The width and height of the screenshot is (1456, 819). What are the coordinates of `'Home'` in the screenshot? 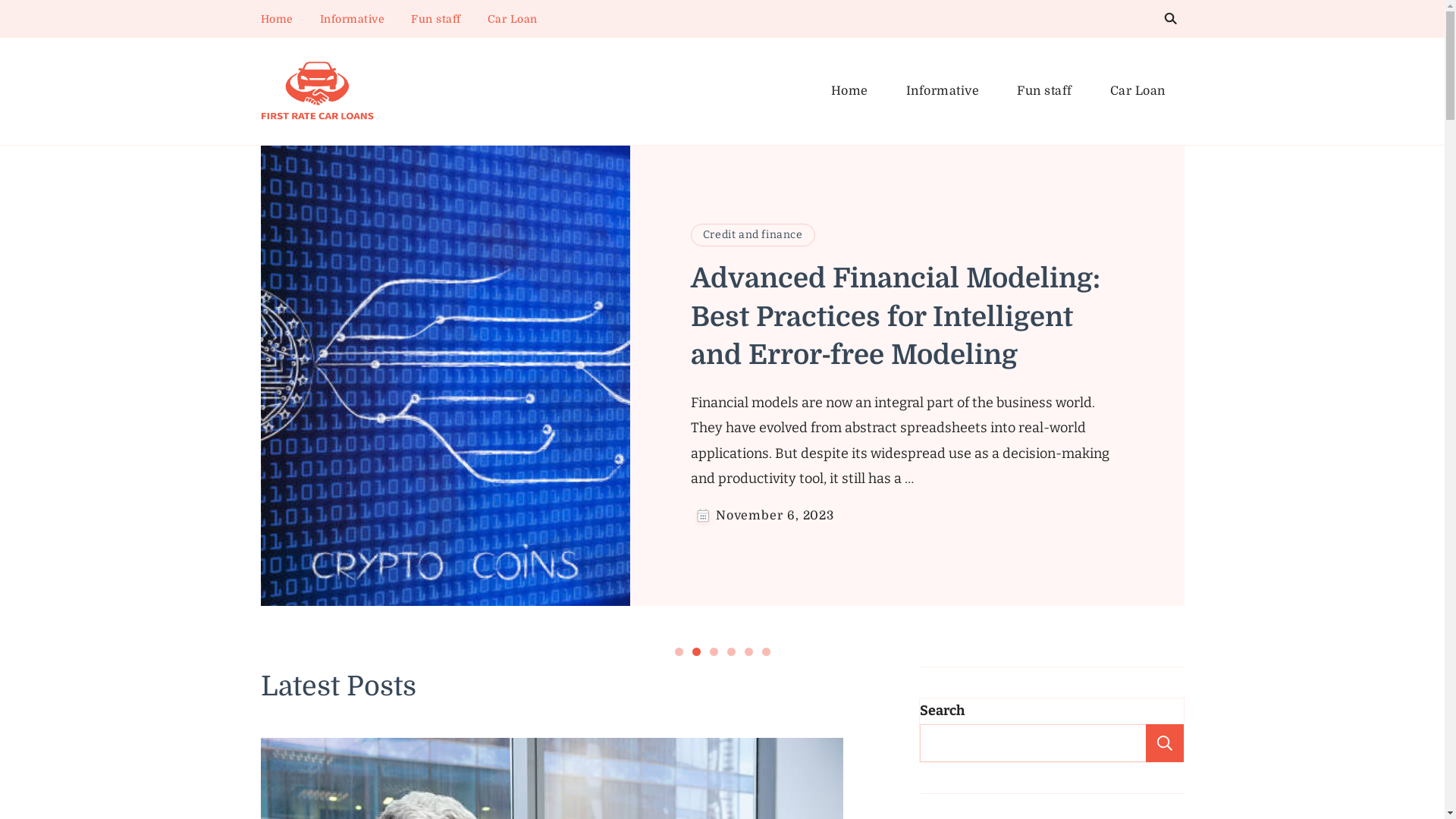 It's located at (848, 91).